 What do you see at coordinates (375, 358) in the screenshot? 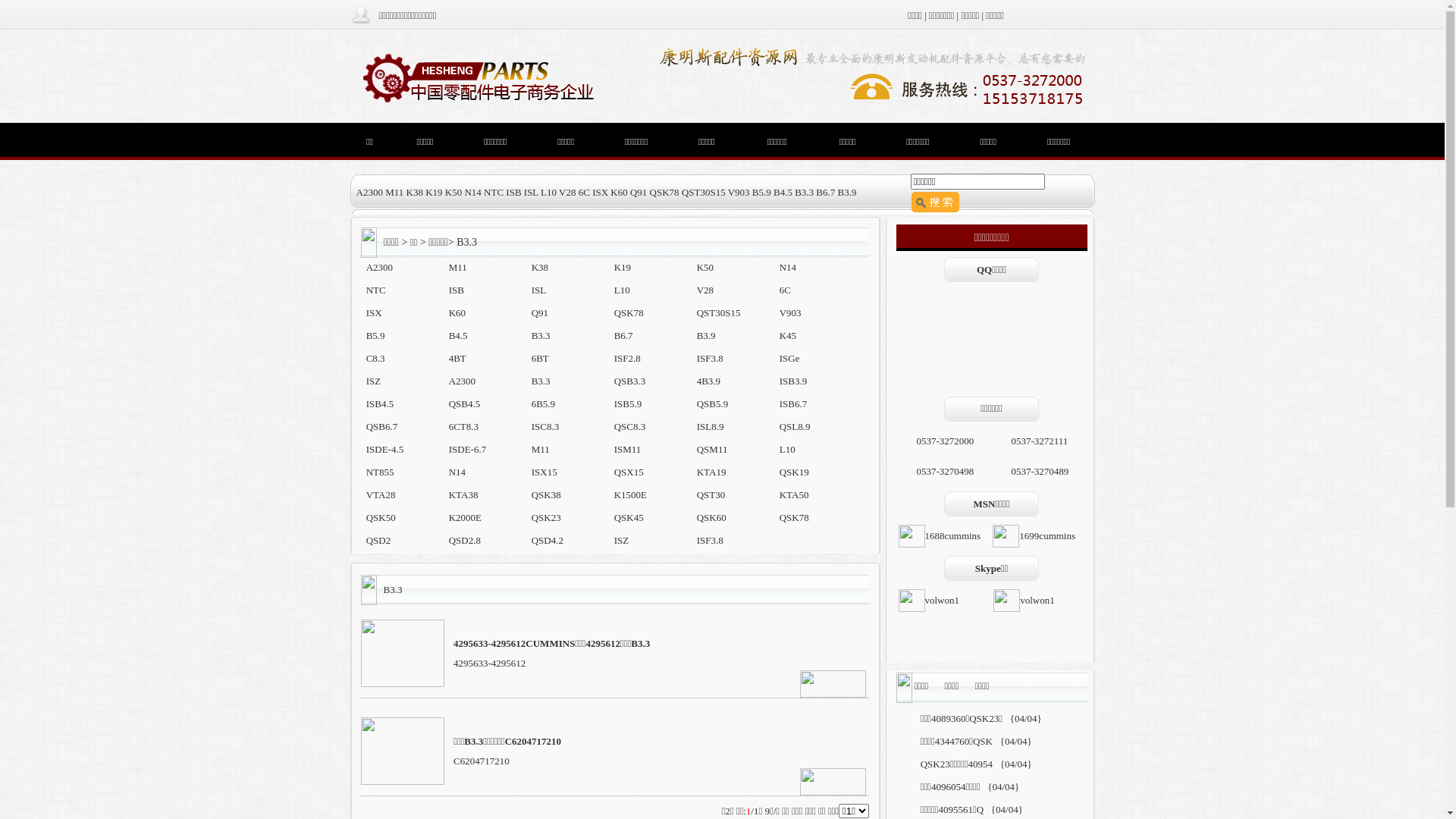
I see `'C8.3'` at bounding box center [375, 358].